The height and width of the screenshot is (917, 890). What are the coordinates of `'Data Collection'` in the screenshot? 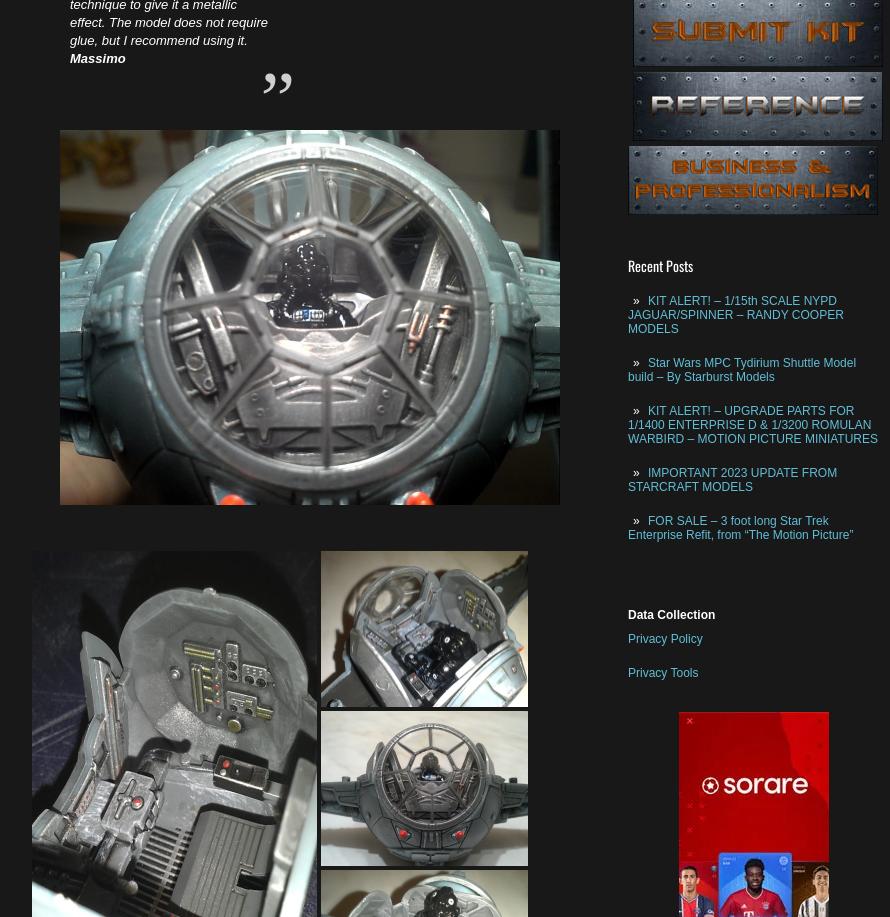 It's located at (670, 613).